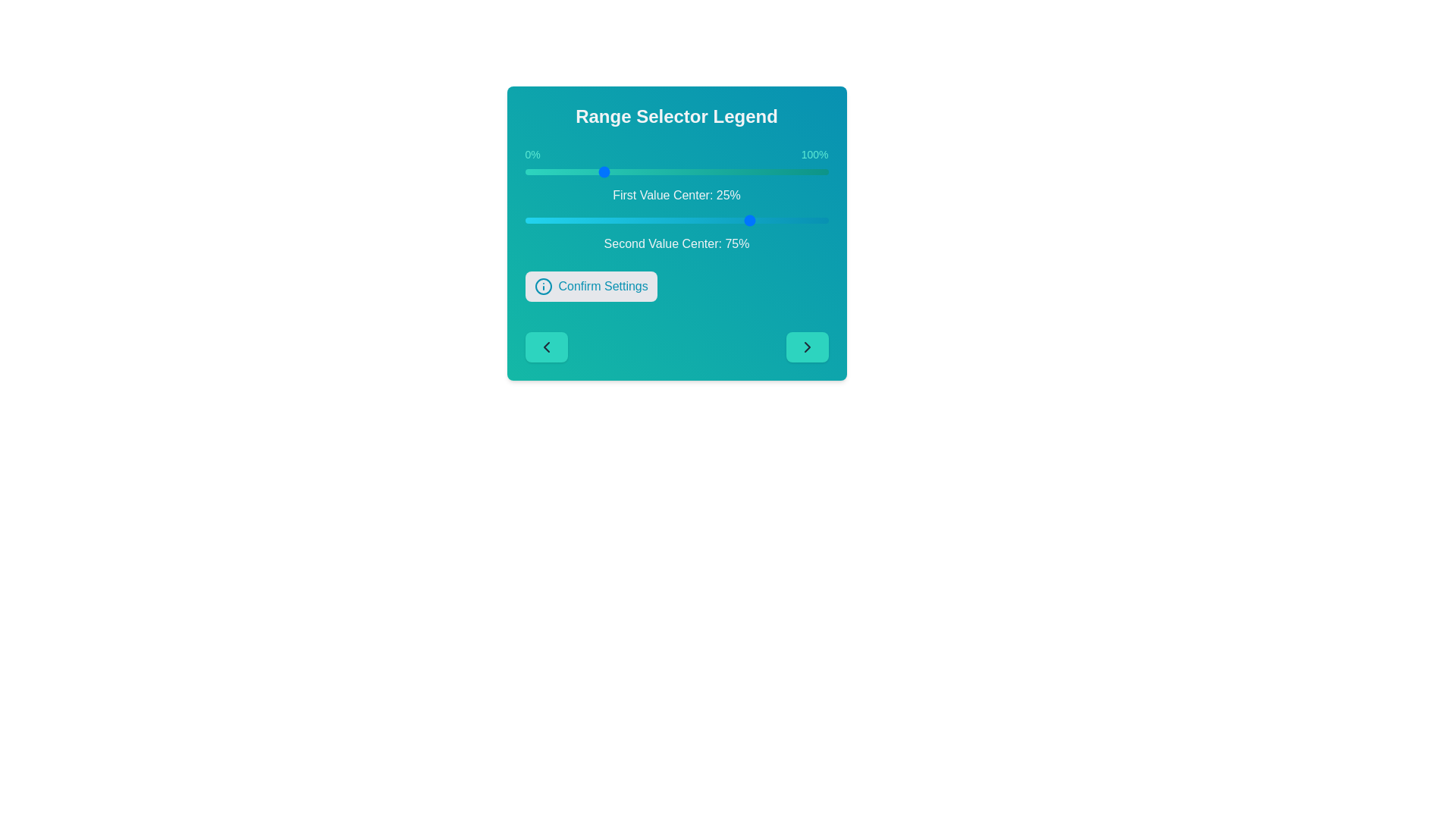 This screenshot has height=819, width=1456. I want to click on the static text element displaying '100%' with a teal color, located at the top-right corner of the panel, so click(814, 155).